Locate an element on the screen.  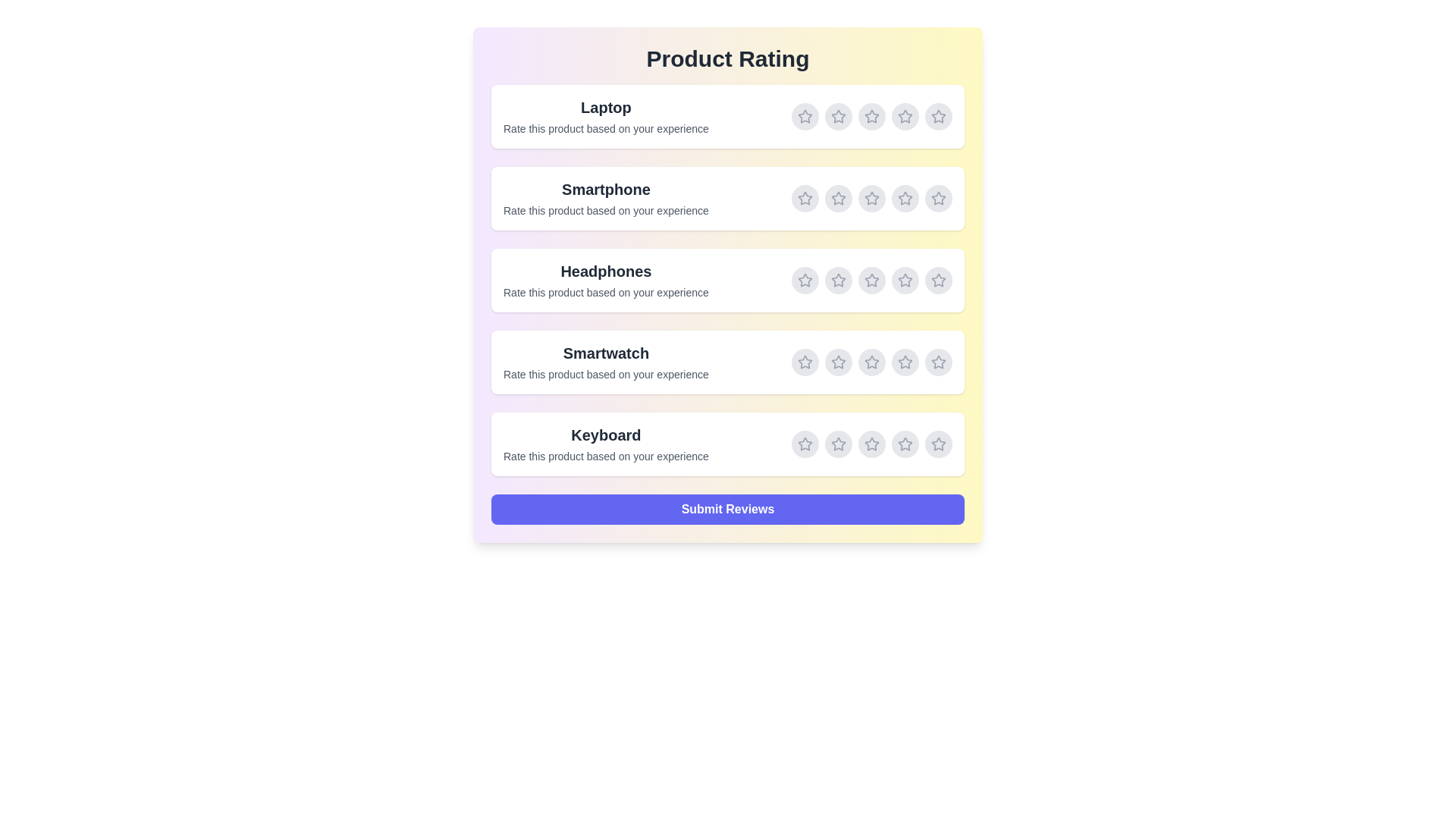
the rating for Smartwatch to 2 stars is located at coordinates (837, 362).